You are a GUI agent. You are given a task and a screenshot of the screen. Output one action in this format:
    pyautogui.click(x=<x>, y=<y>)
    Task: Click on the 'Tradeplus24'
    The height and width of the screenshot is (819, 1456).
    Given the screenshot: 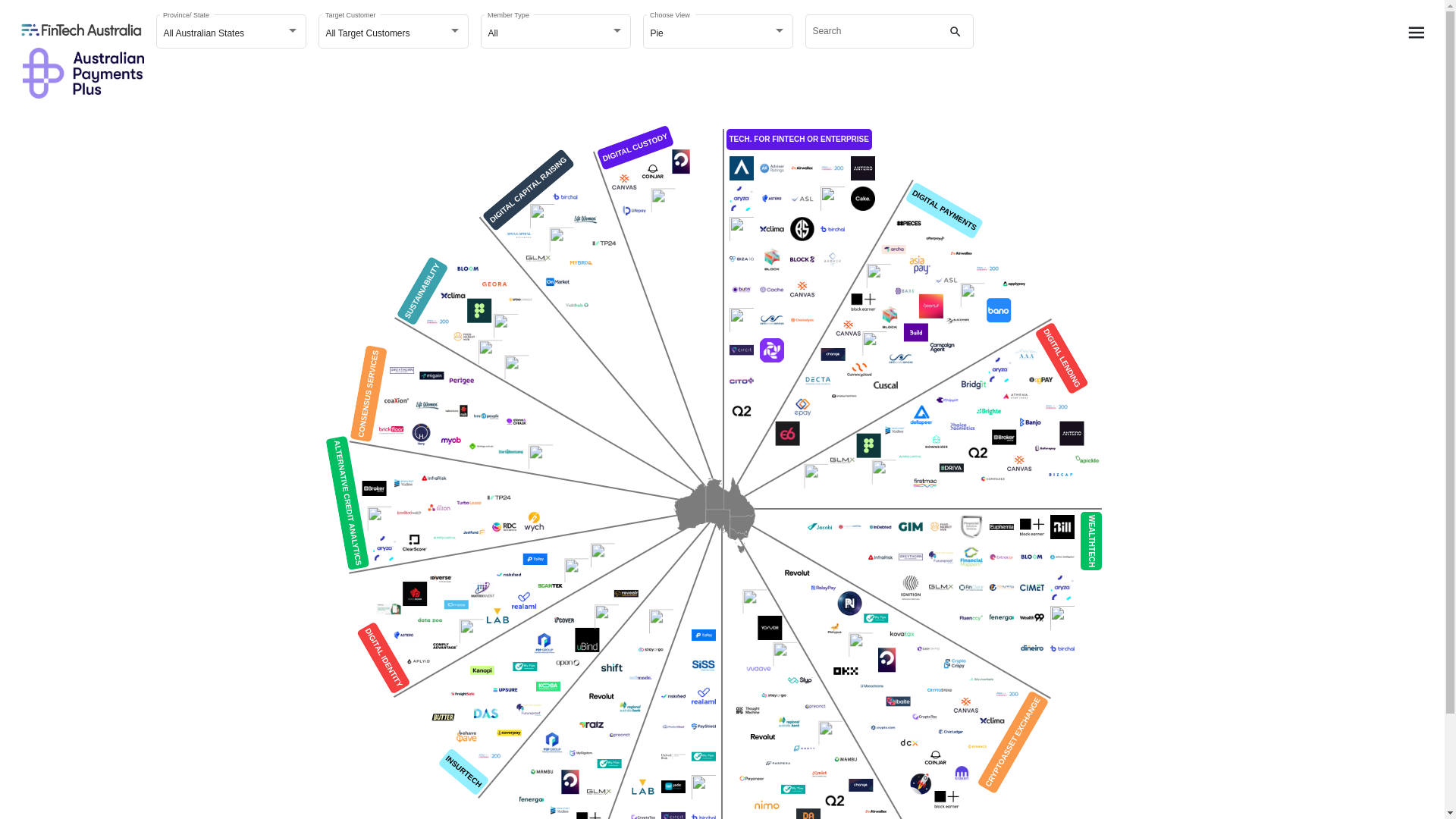 What is the action you would take?
    pyautogui.click(x=498, y=497)
    